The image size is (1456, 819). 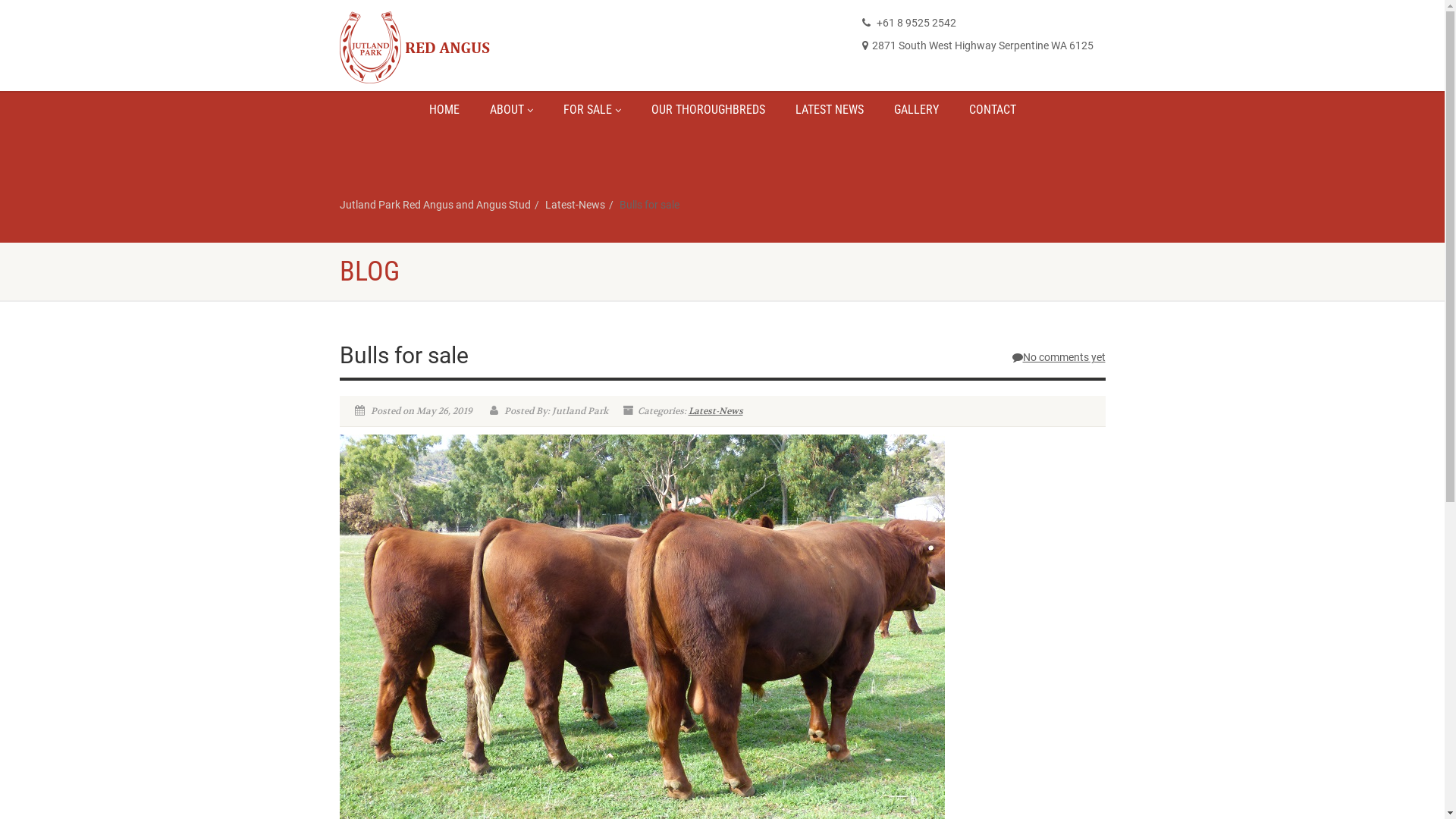 What do you see at coordinates (915, 109) in the screenshot?
I see `'GALLERY'` at bounding box center [915, 109].